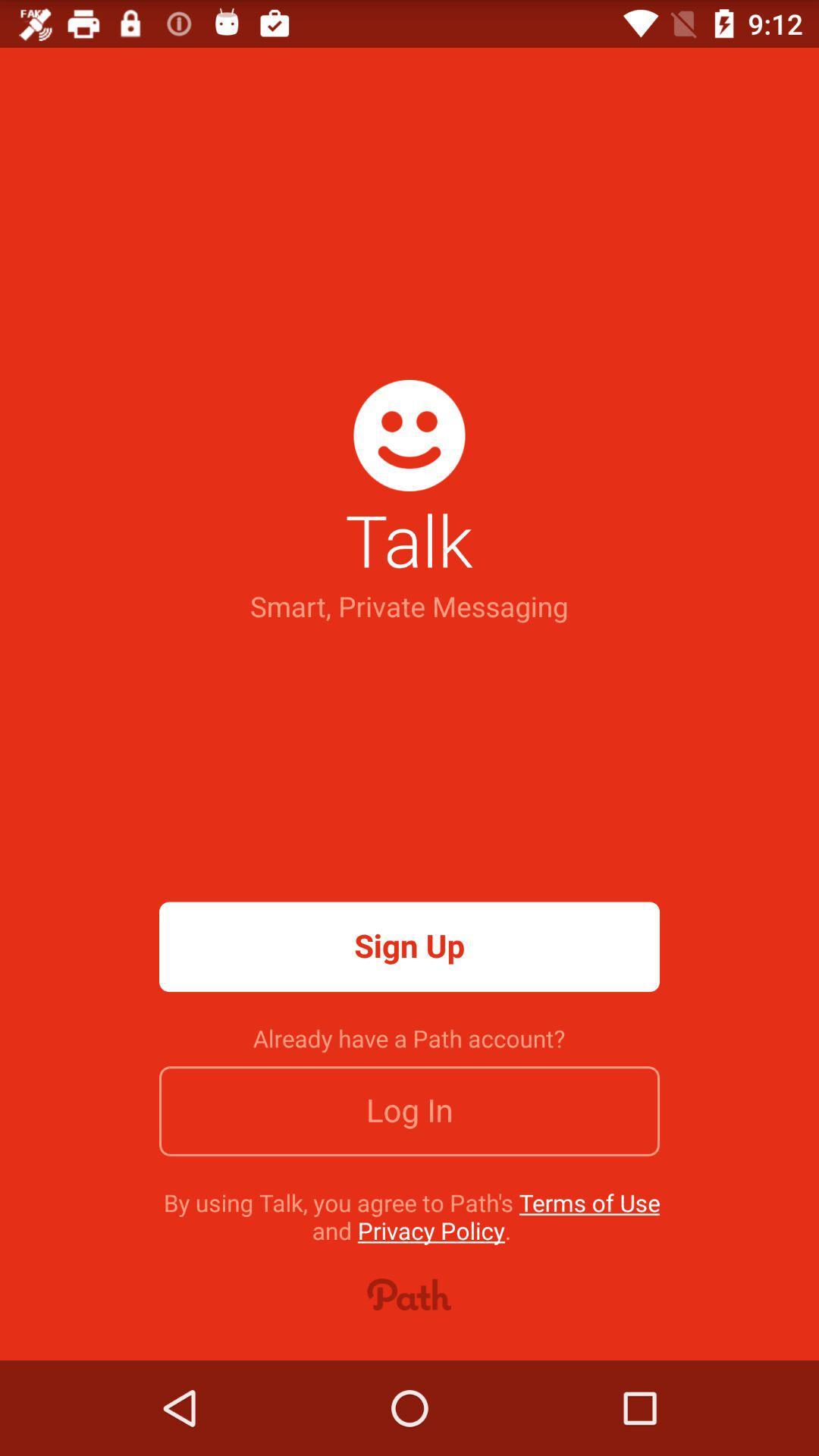  I want to click on log in icon, so click(409, 1111).